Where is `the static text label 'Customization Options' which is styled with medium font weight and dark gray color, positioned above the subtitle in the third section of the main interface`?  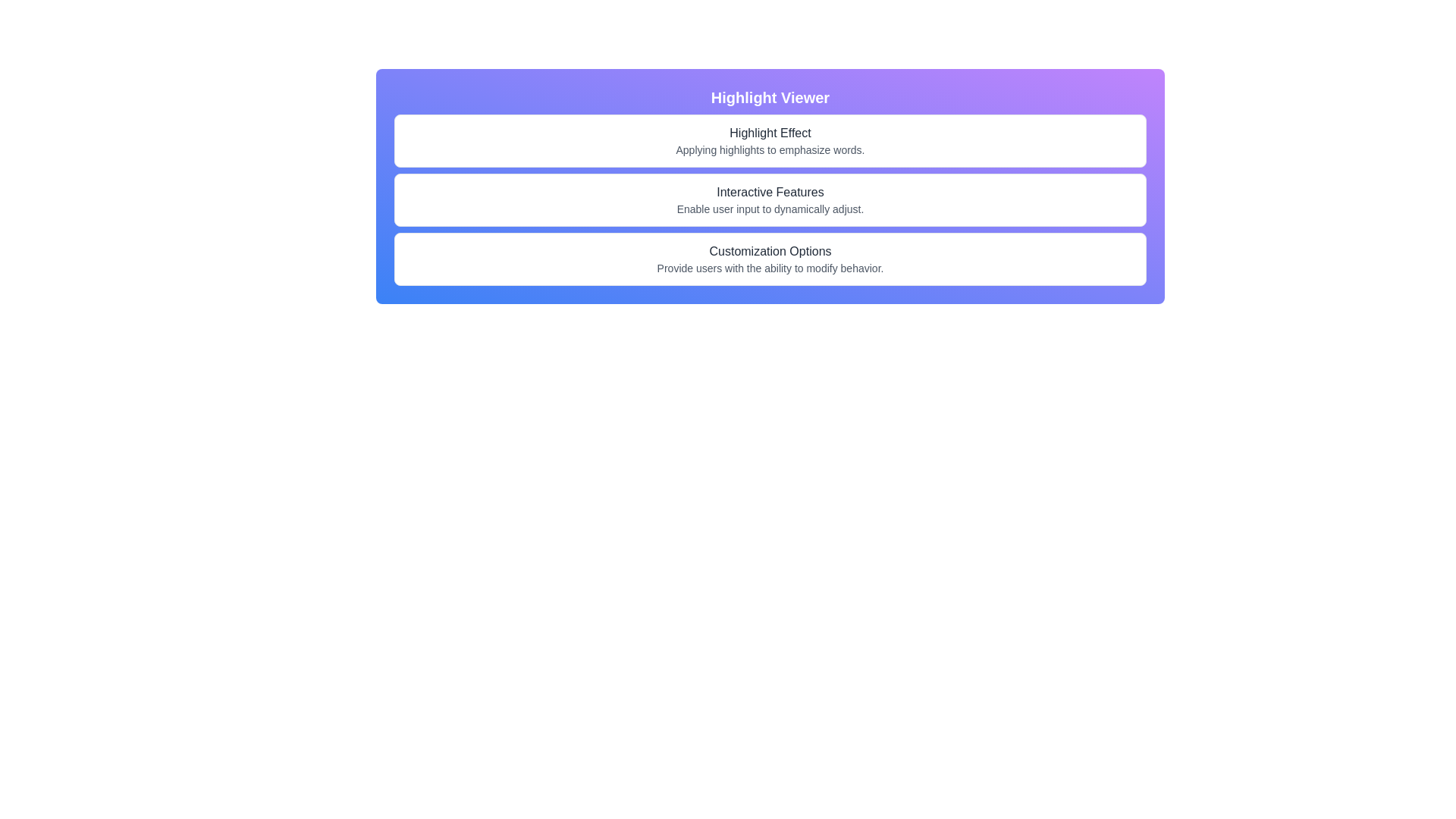 the static text label 'Customization Options' which is styled with medium font weight and dark gray color, positioned above the subtitle in the third section of the main interface is located at coordinates (770, 250).